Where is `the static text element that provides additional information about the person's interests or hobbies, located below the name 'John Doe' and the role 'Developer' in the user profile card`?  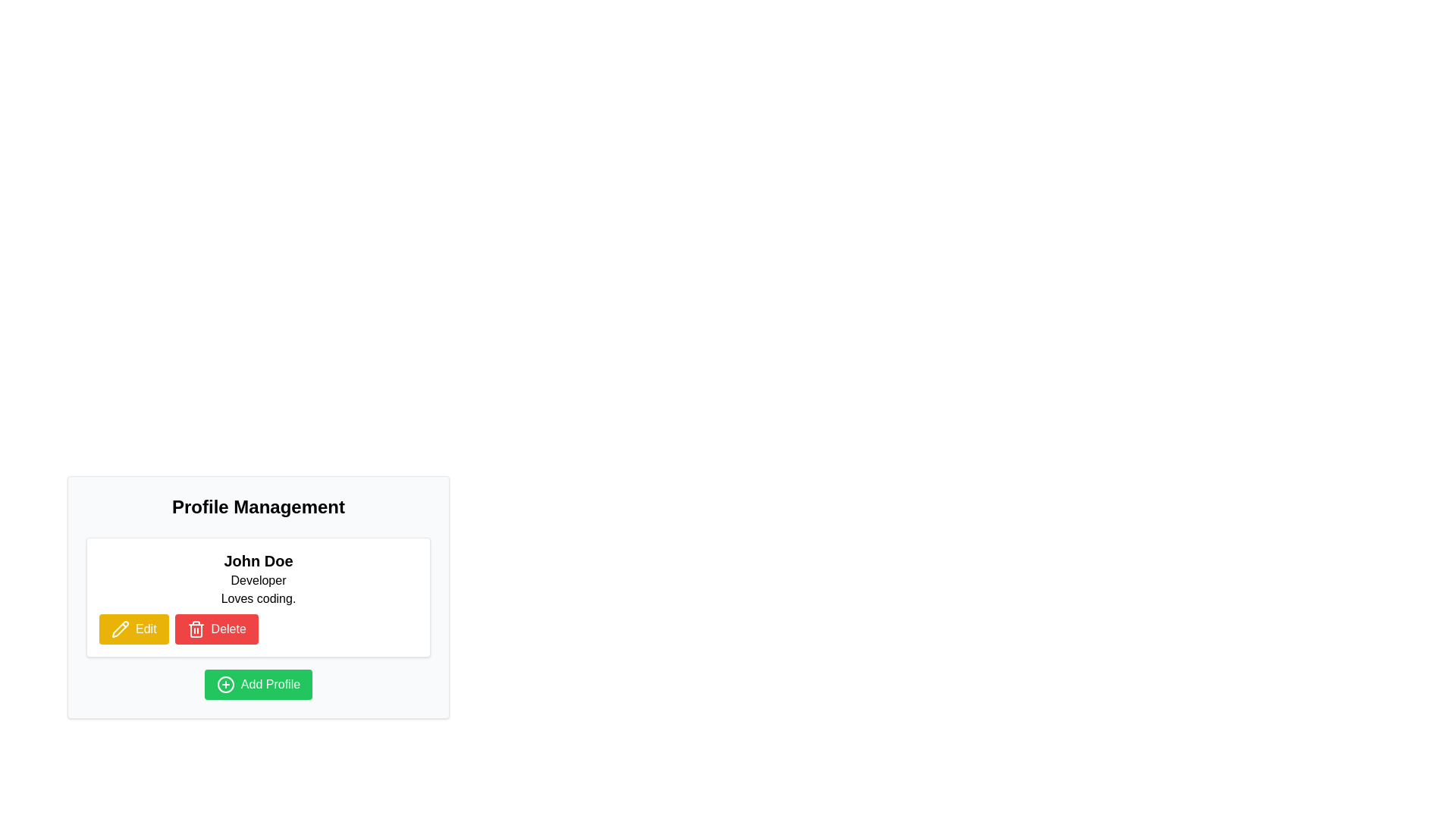
the static text element that provides additional information about the person's interests or hobbies, located below the name 'John Doe' and the role 'Developer' in the user profile card is located at coordinates (258, 598).